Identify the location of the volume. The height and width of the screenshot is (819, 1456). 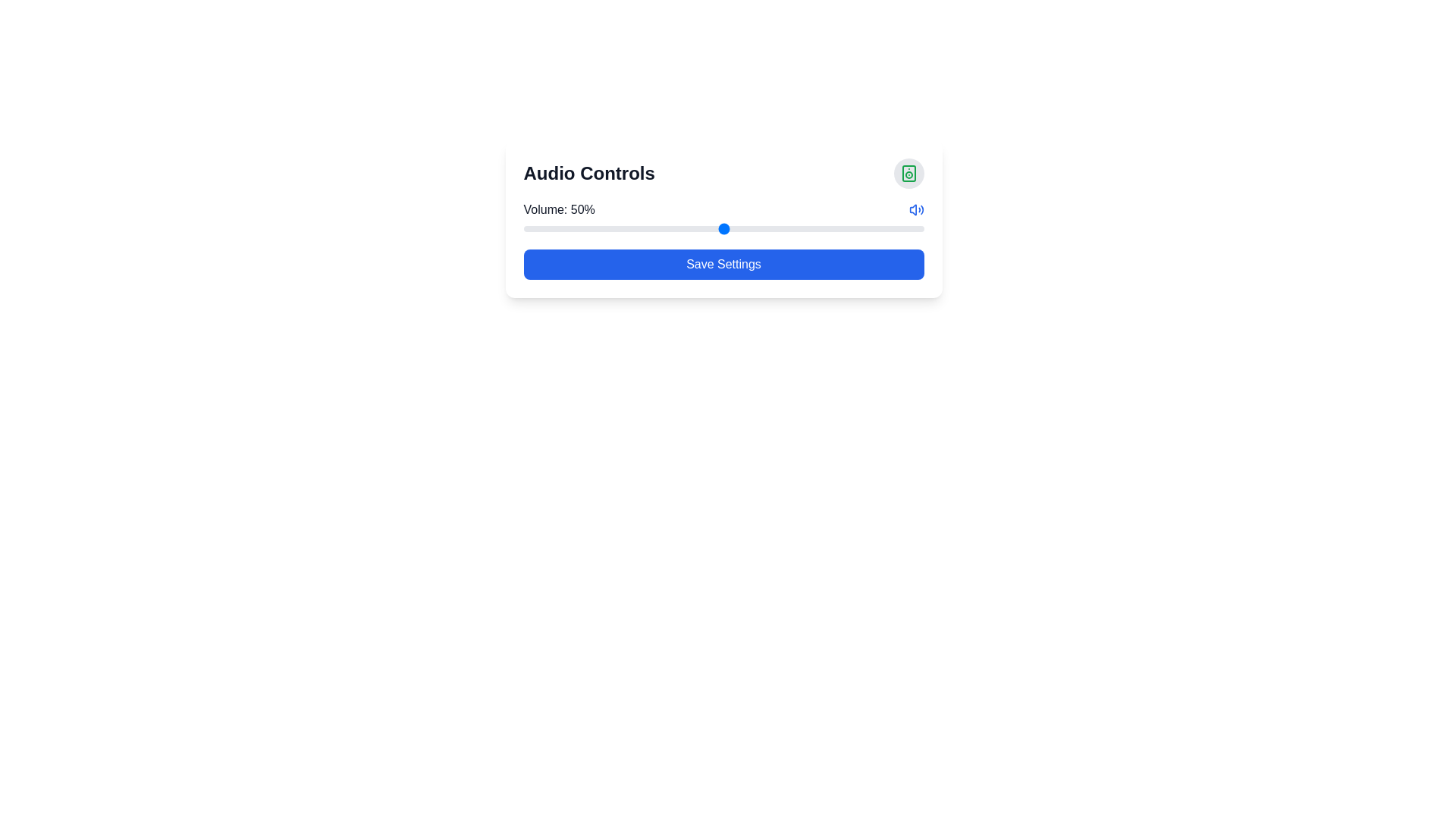
(563, 228).